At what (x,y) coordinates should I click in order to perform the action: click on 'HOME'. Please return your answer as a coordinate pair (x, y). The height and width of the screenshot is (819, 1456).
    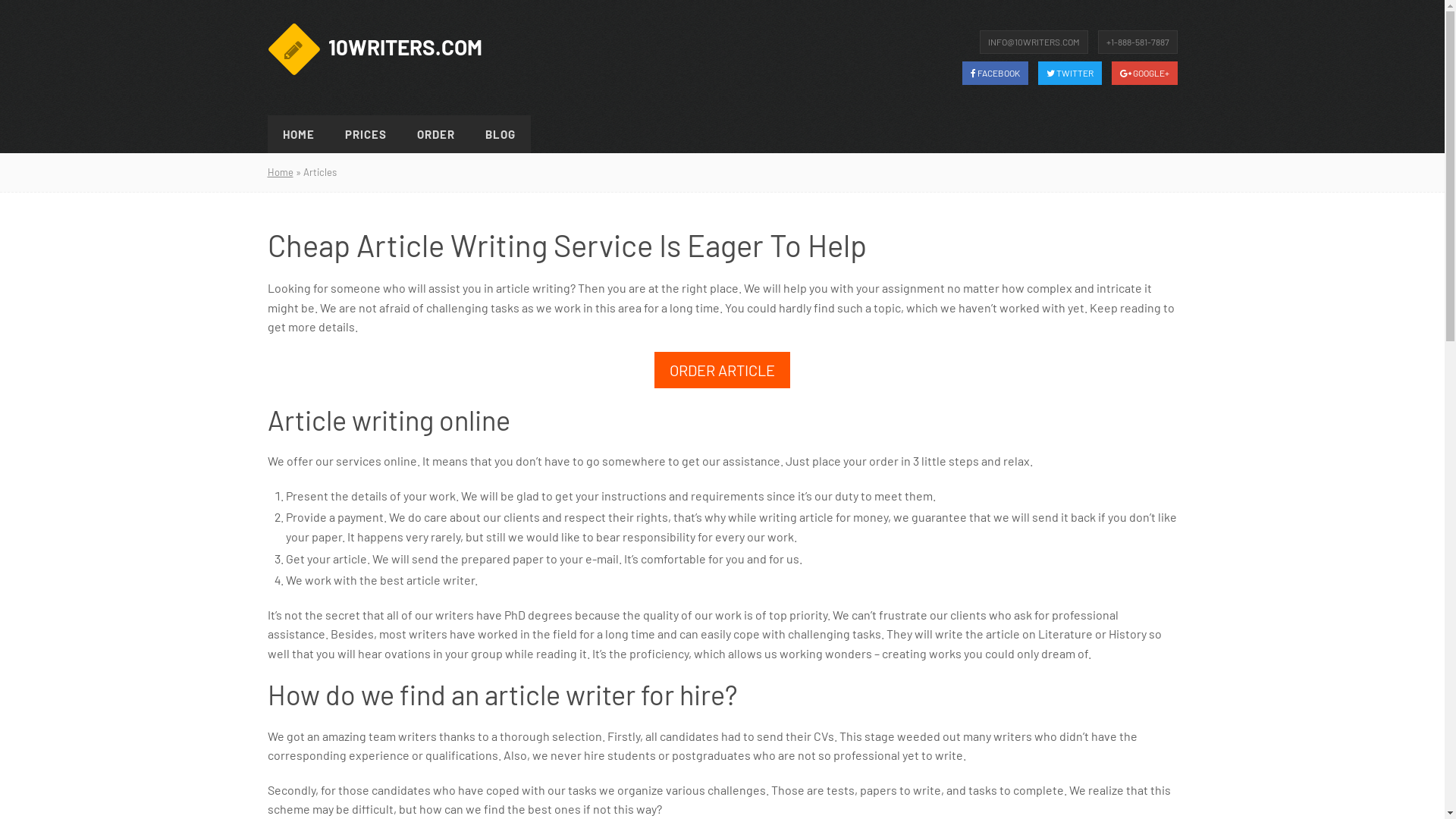
    Looking at the image, I should click on (298, 133).